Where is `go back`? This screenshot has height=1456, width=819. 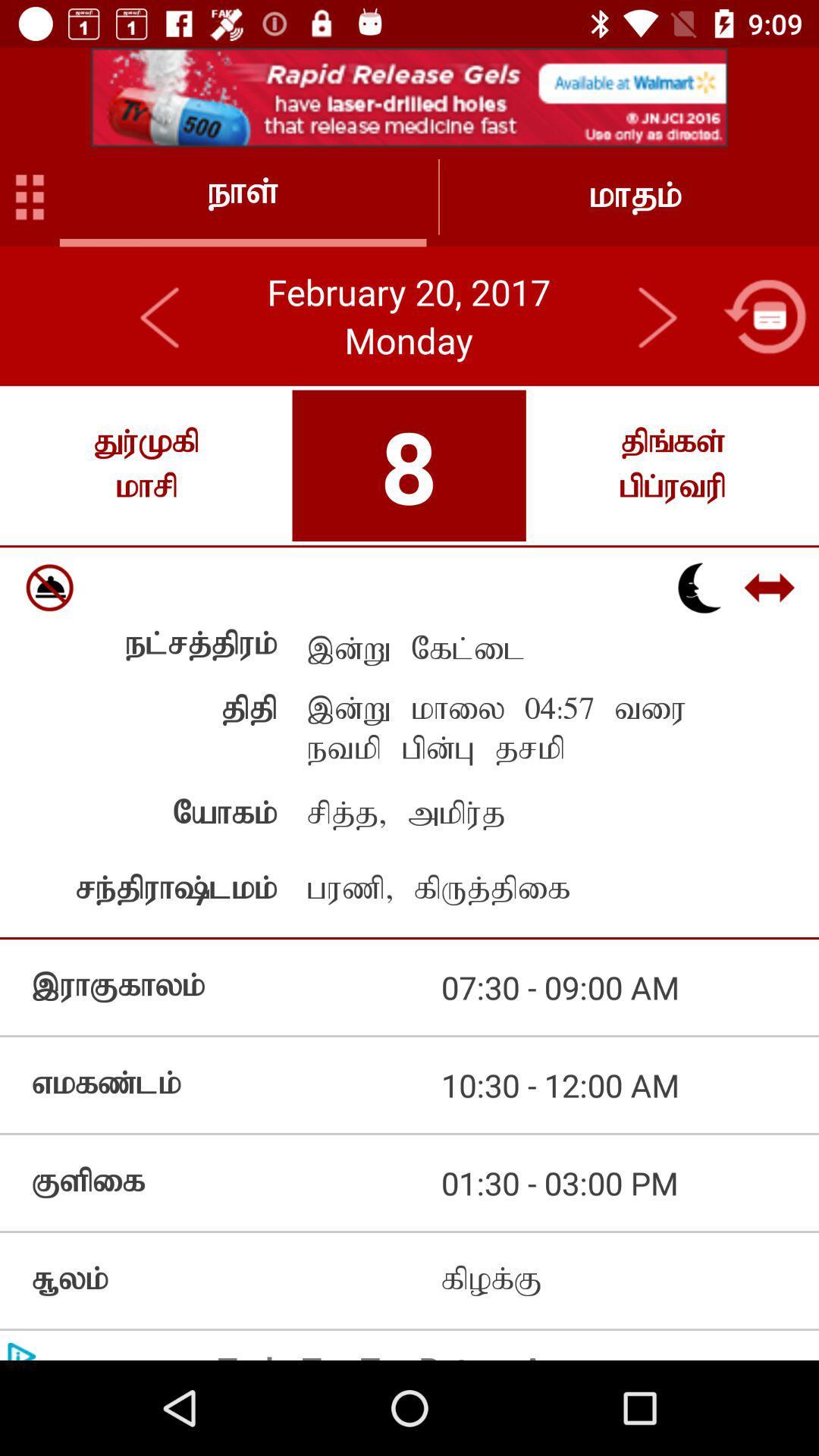 go back is located at coordinates (161, 315).